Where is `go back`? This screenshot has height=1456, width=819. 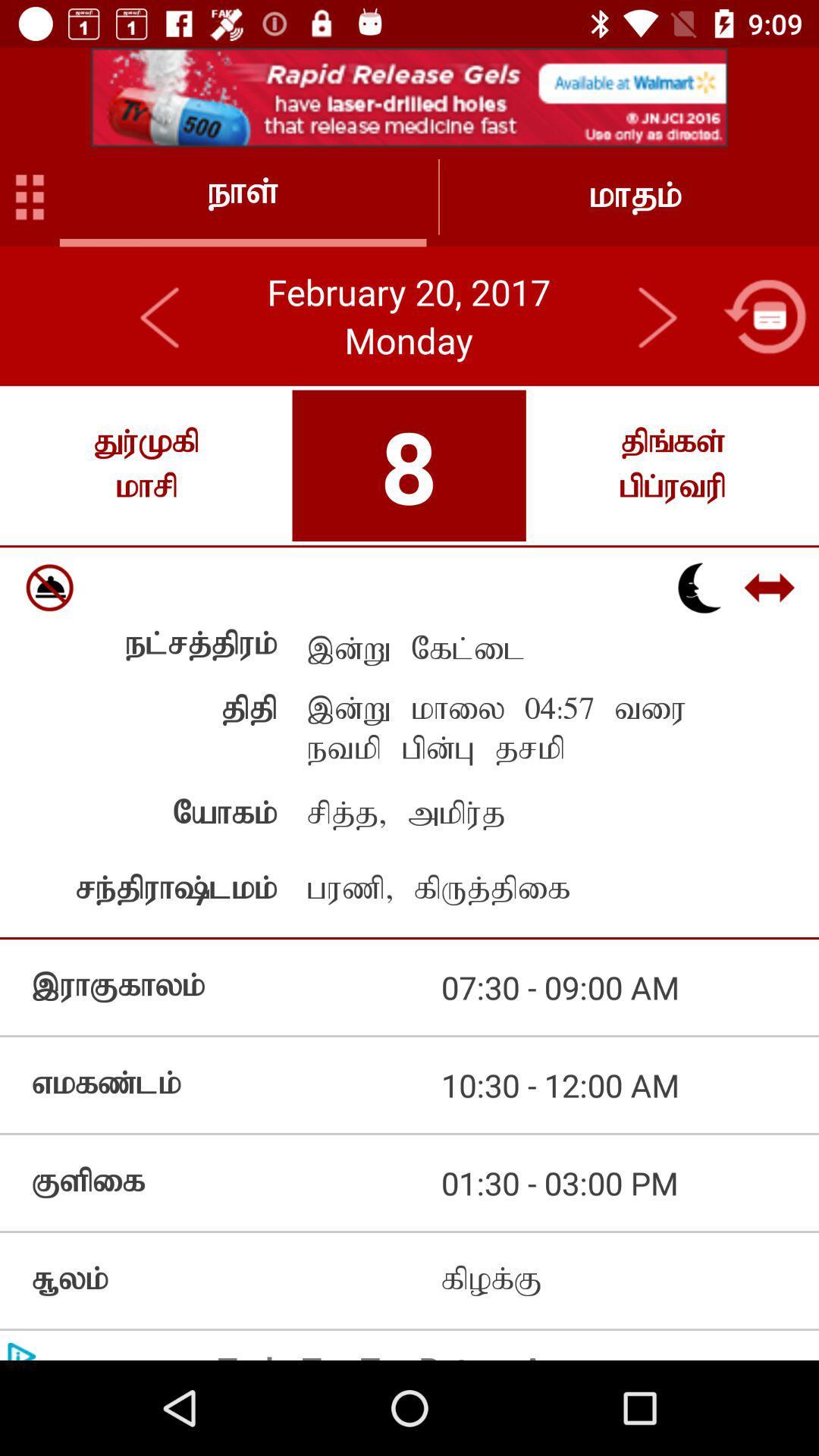 go back is located at coordinates (161, 315).